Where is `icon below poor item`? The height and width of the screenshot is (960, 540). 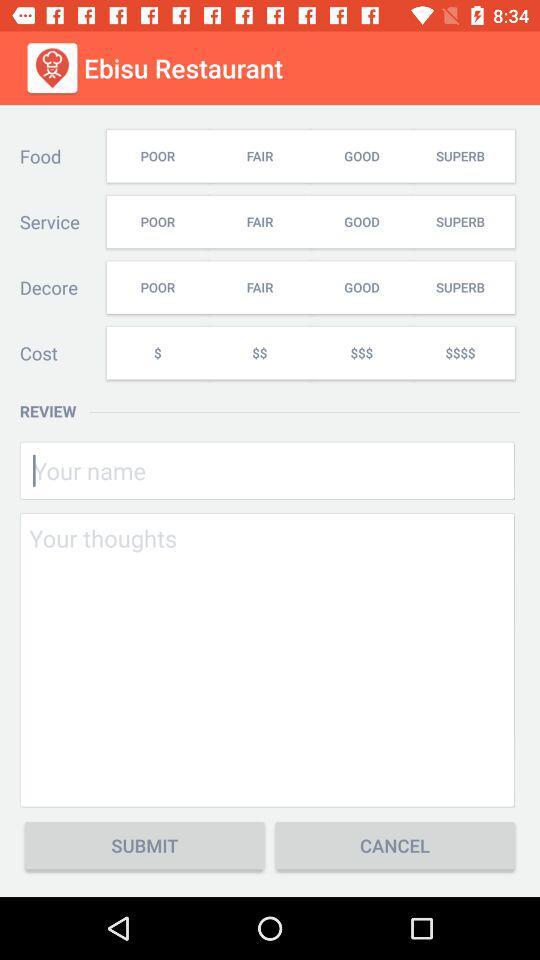
icon below poor item is located at coordinates (156, 353).